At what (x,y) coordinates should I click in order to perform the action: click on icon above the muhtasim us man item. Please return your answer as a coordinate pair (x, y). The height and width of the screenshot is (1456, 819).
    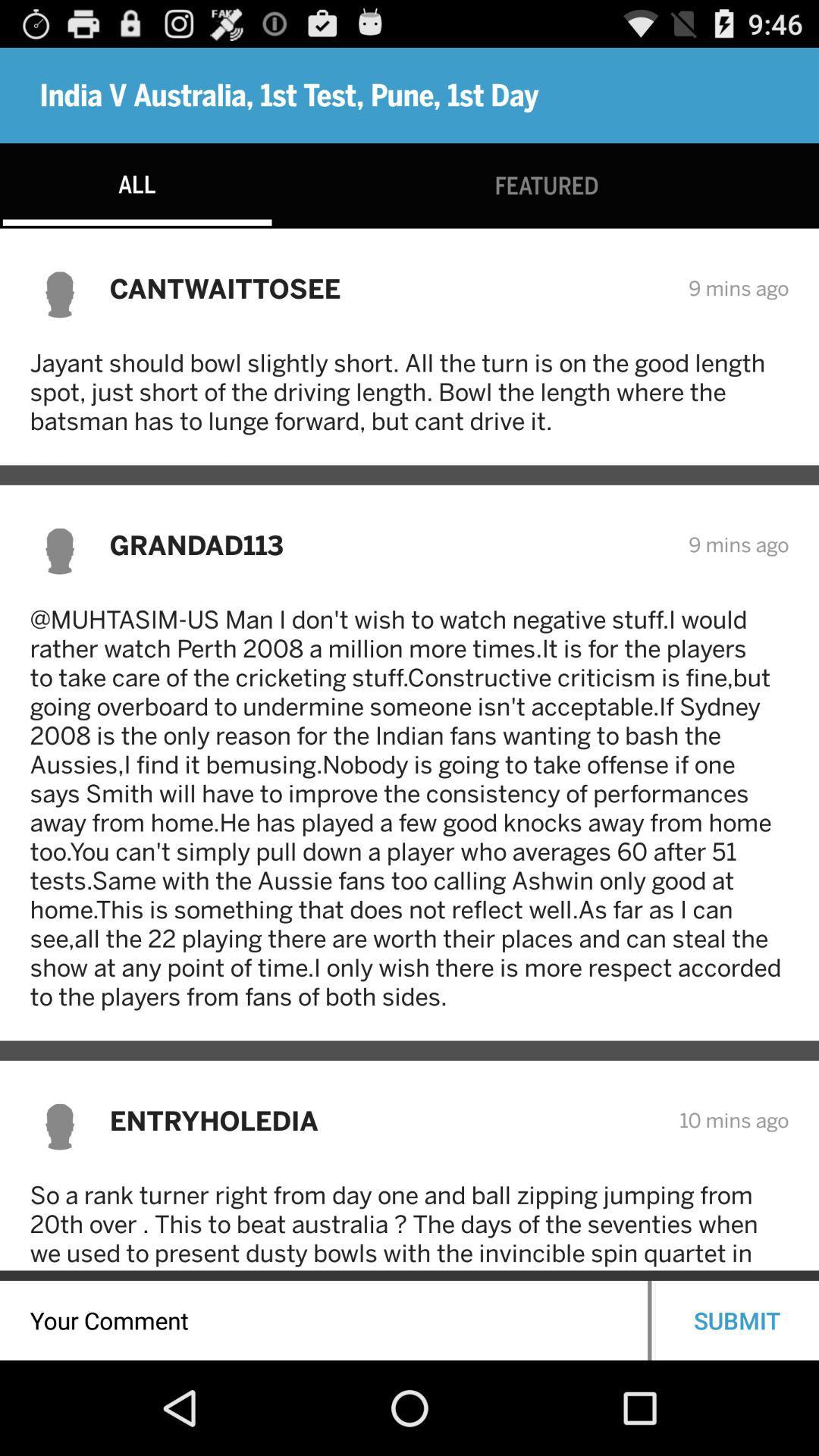
    Looking at the image, I should click on (388, 544).